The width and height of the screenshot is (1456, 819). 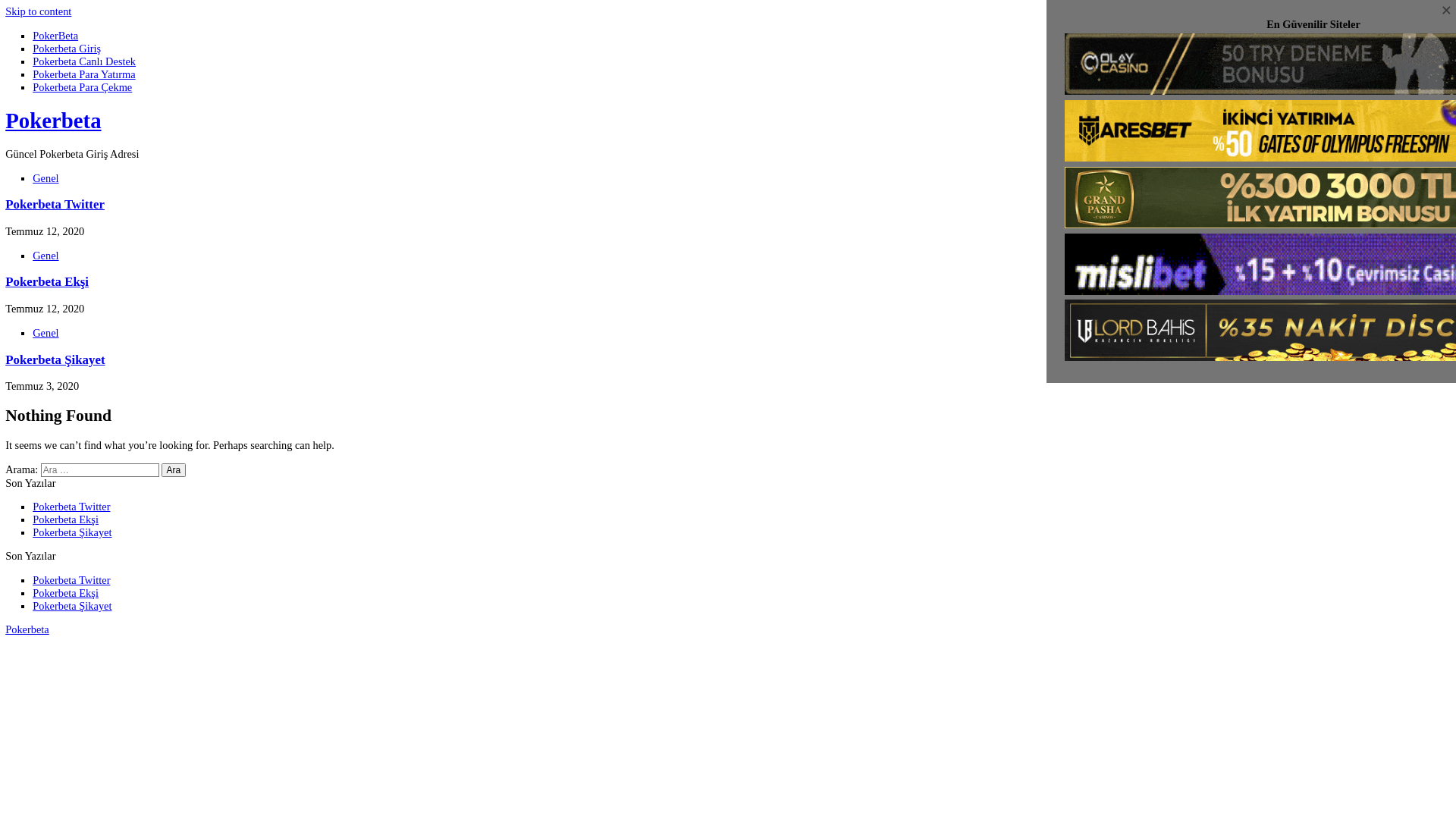 What do you see at coordinates (61, 227) in the screenshot?
I see `'Pokerbeta Twitter'` at bounding box center [61, 227].